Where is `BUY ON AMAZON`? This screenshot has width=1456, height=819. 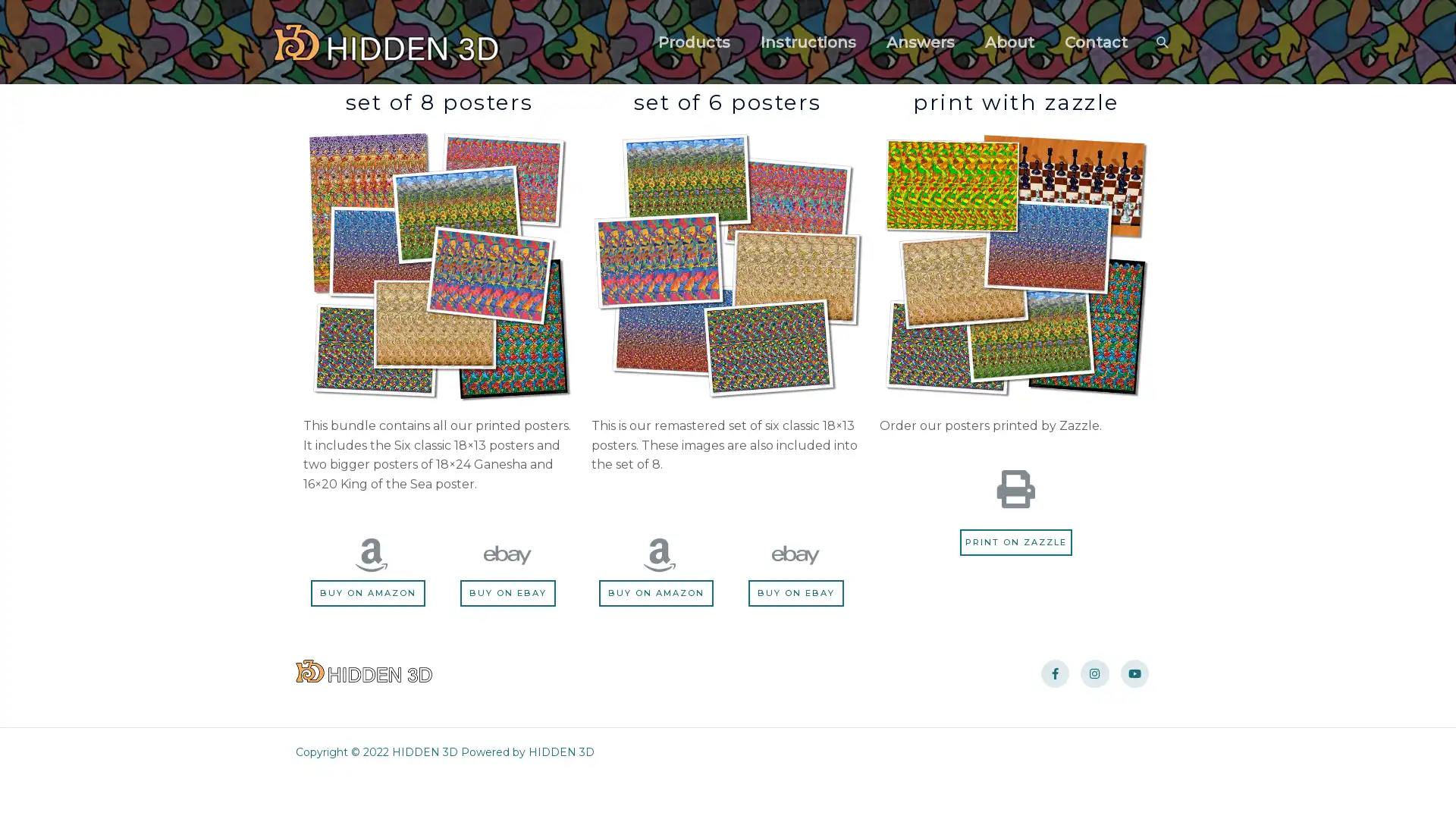
BUY ON AMAZON is located at coordinates (371, 592).